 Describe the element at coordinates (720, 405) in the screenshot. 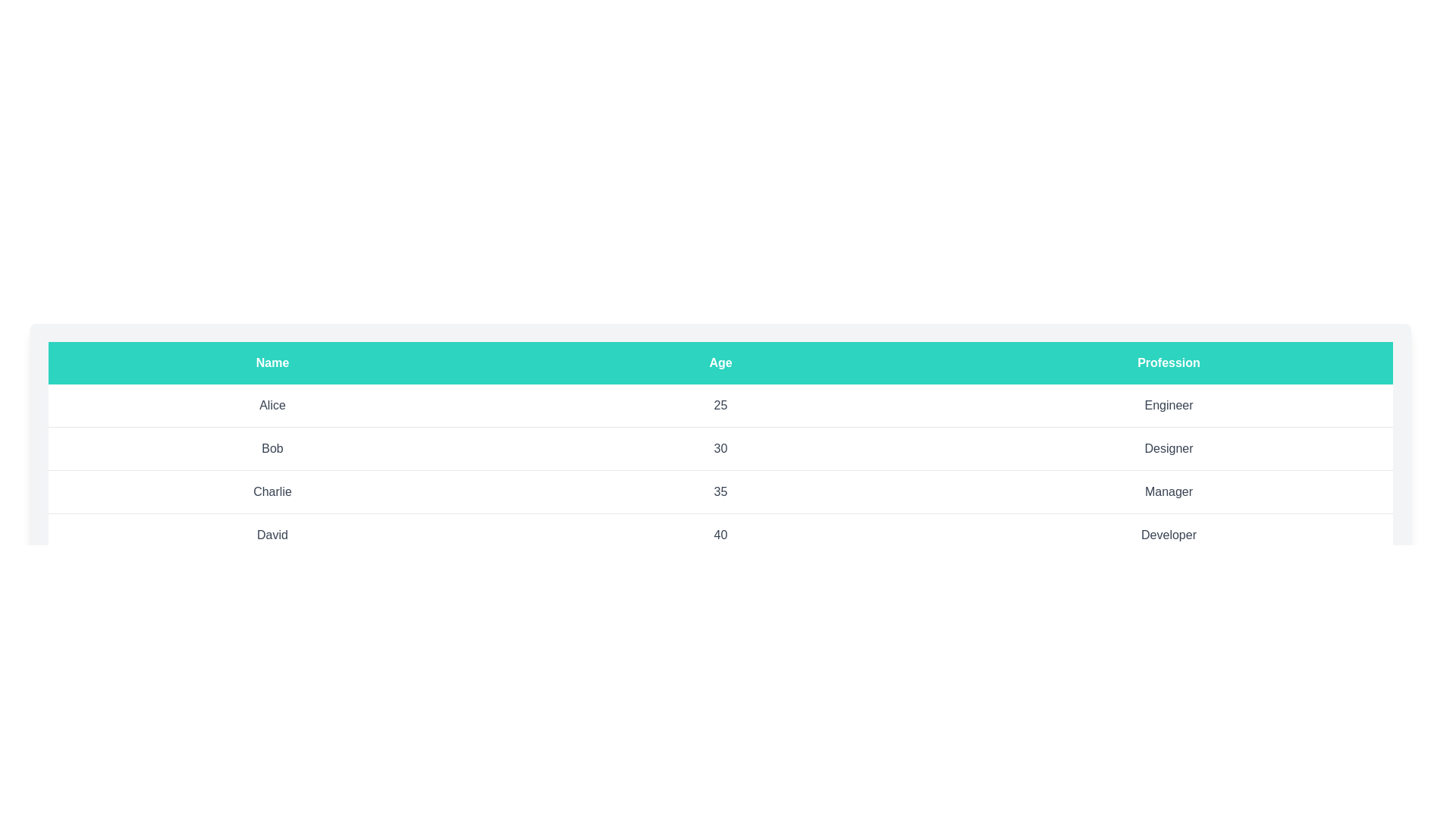

I see `the text display component in the first row of the table that shows 'Alice', '25', and 'Engineer' for potential details` at that location.